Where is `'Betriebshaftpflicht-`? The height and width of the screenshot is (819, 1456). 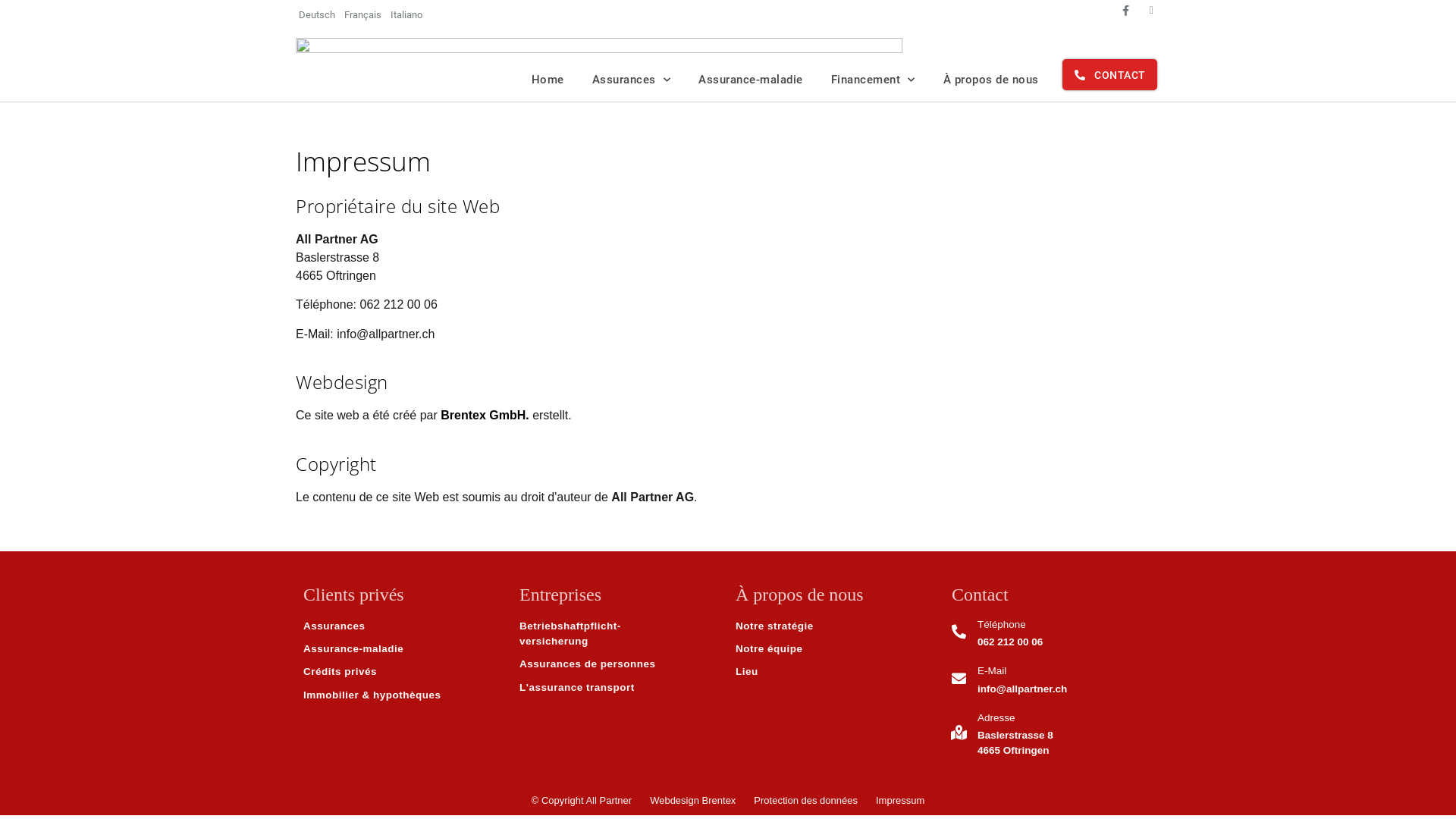 'Betriebshaftpflicht- is located at coordinates (620, 634).